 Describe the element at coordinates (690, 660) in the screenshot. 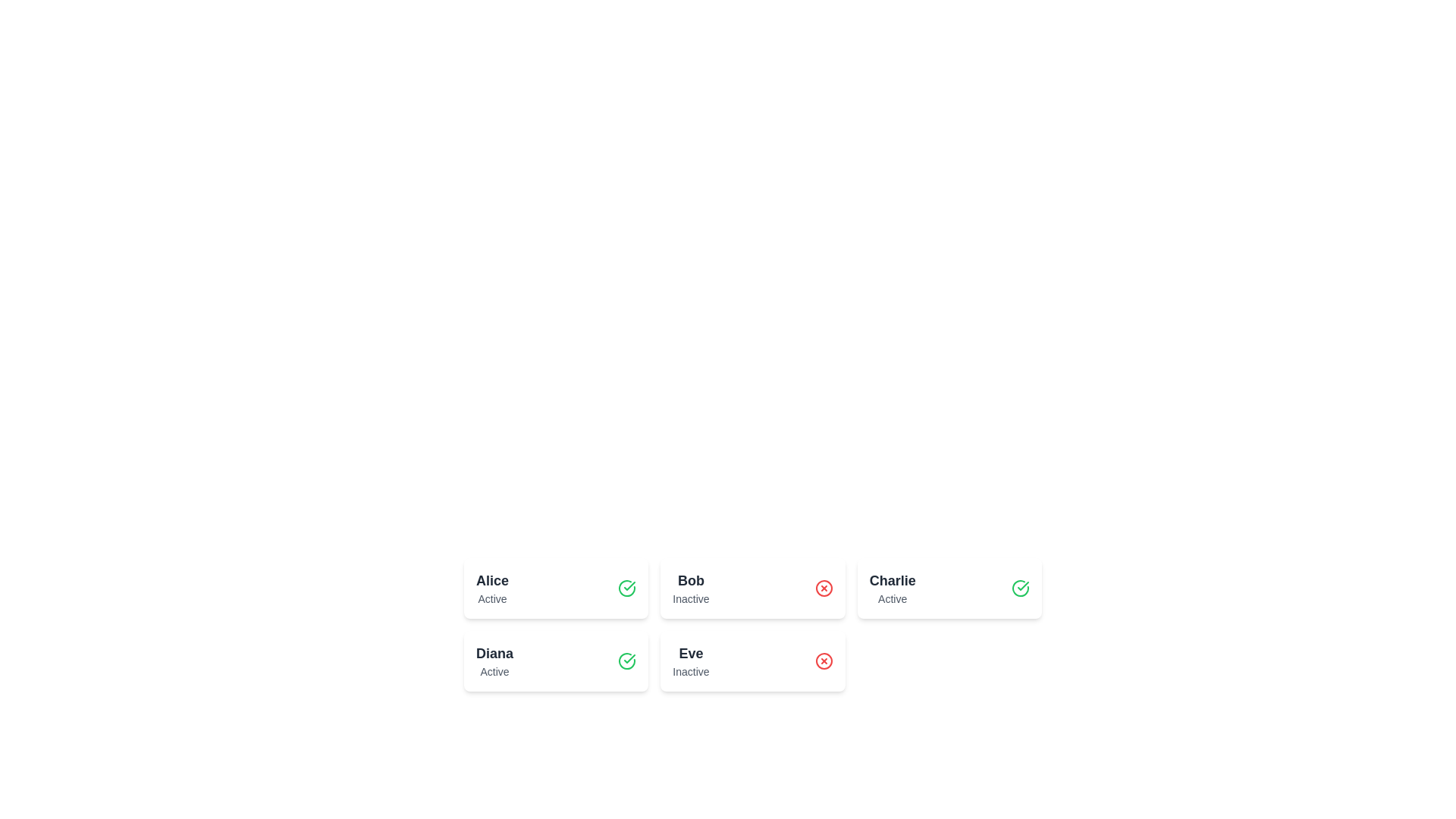

I see `the text label that identifies the user 'Eve' and indicates their status as 'Inactive', located in the second card from the left in the bottom row of cards` at that location.